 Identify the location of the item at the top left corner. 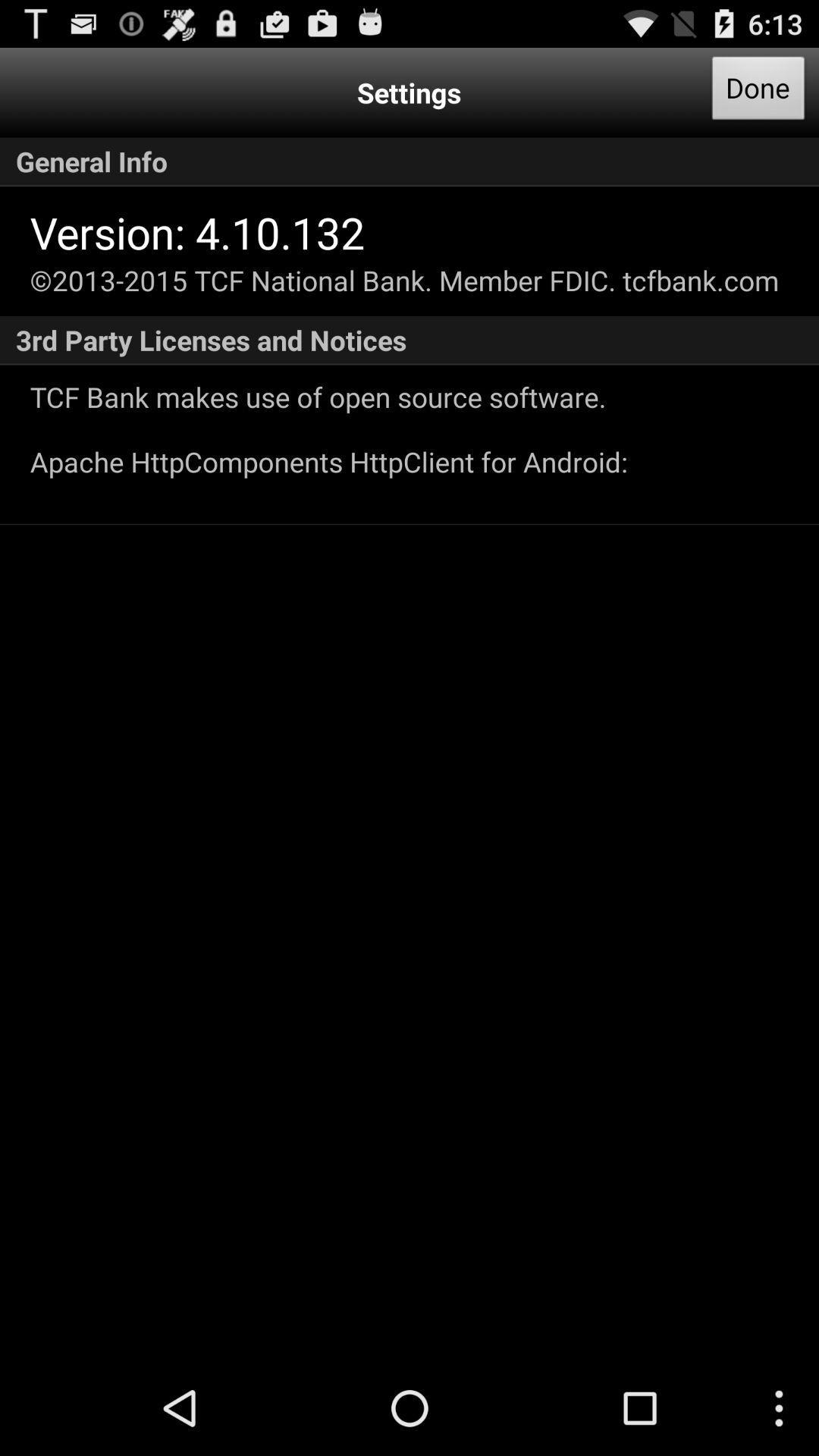
(196, 231).